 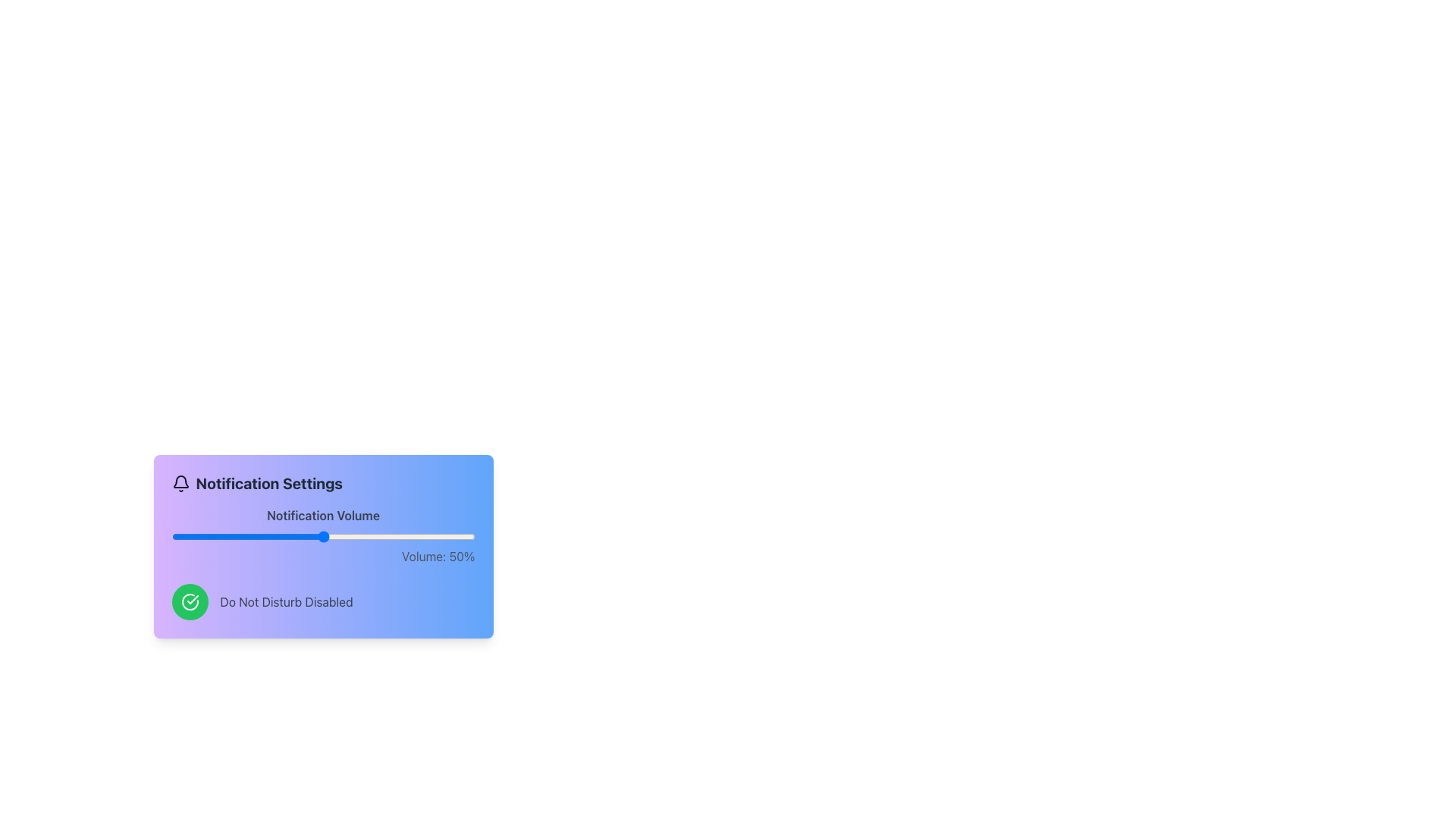 What do you see at coordinates (171, 536) in the screenshot?
I see `the notification volume` at bounding box center [171, 536].